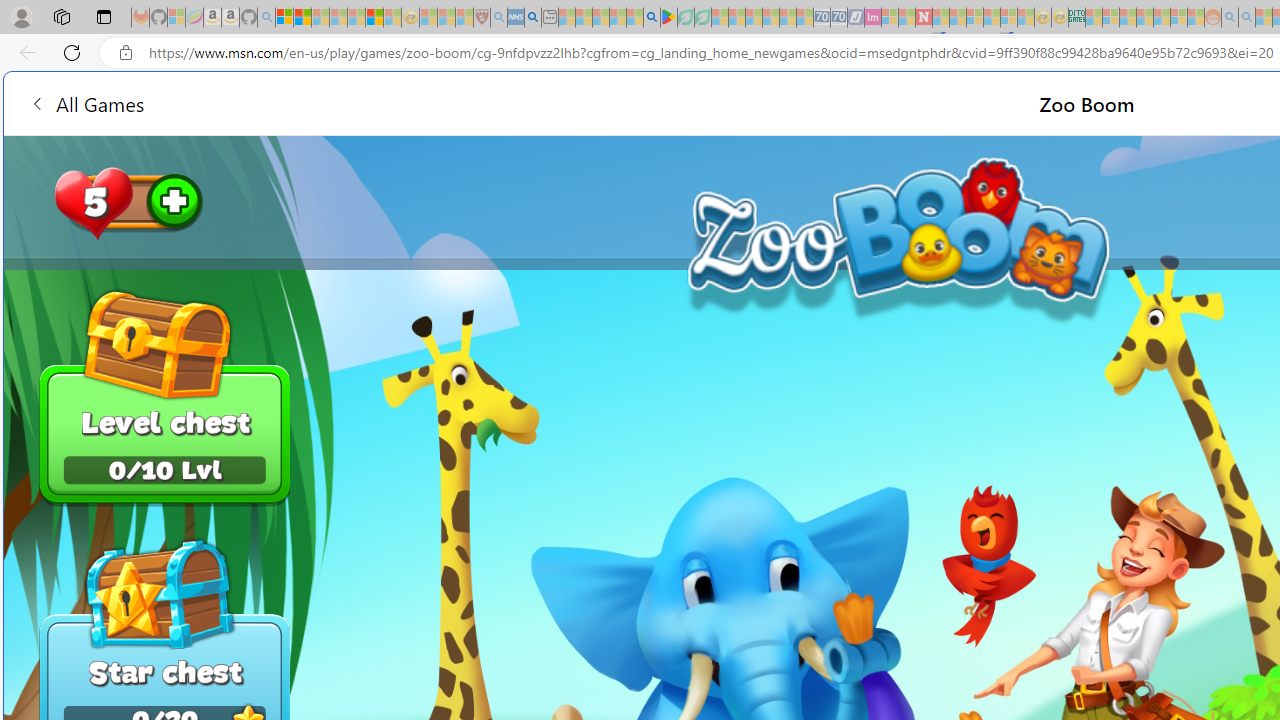 This screenshot has width=1280, height=720. Describe the element at coordinates (320, 17) in the screenshot. I see `'The Weather Channel - MSN - Sleeping'` at that location.